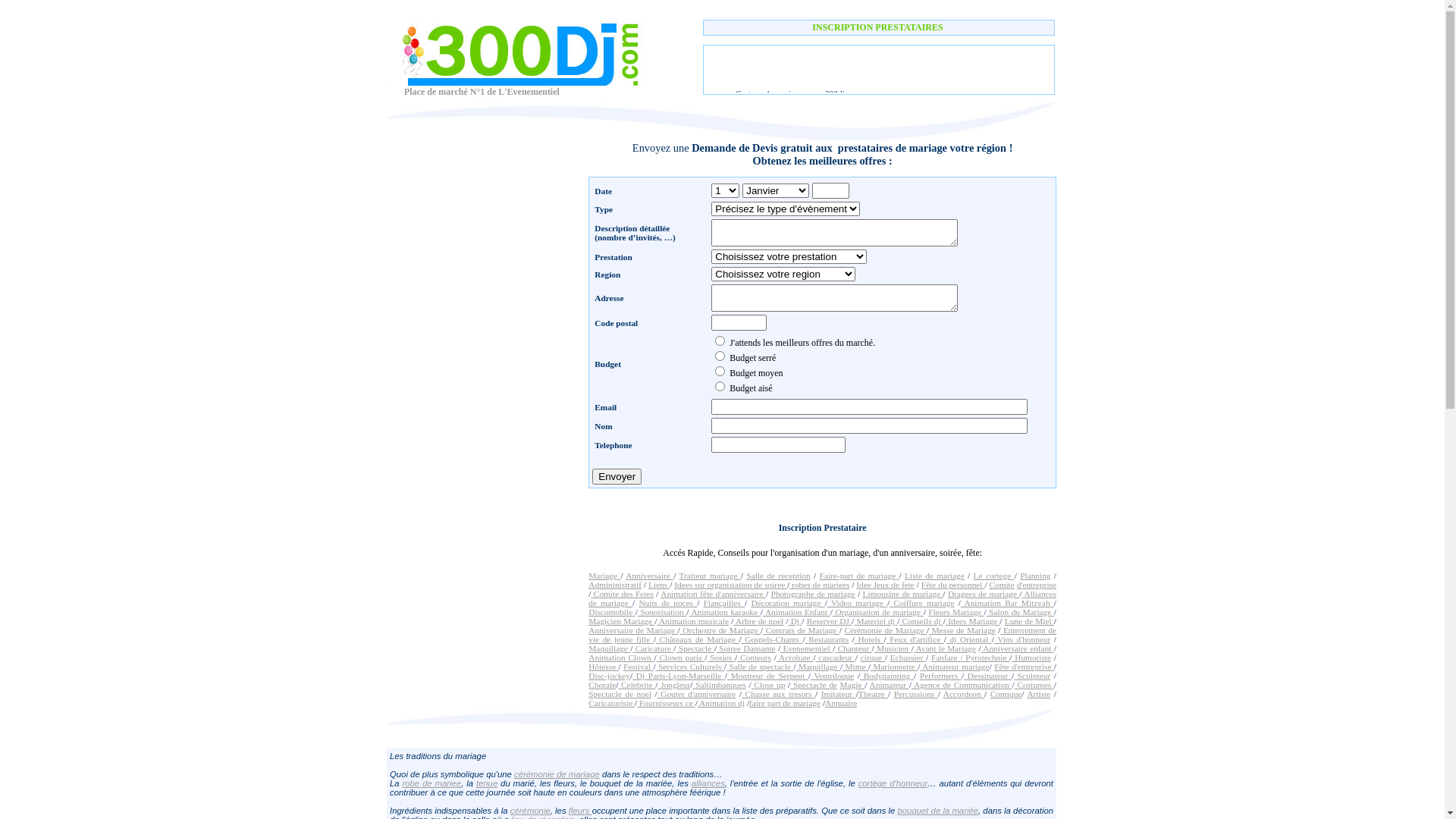 The height and width of the screenshot is (819, 1456). Describe the element at coordinates (770, 593) in the screenshot. I see `'Photographe de mariage'` at that location.